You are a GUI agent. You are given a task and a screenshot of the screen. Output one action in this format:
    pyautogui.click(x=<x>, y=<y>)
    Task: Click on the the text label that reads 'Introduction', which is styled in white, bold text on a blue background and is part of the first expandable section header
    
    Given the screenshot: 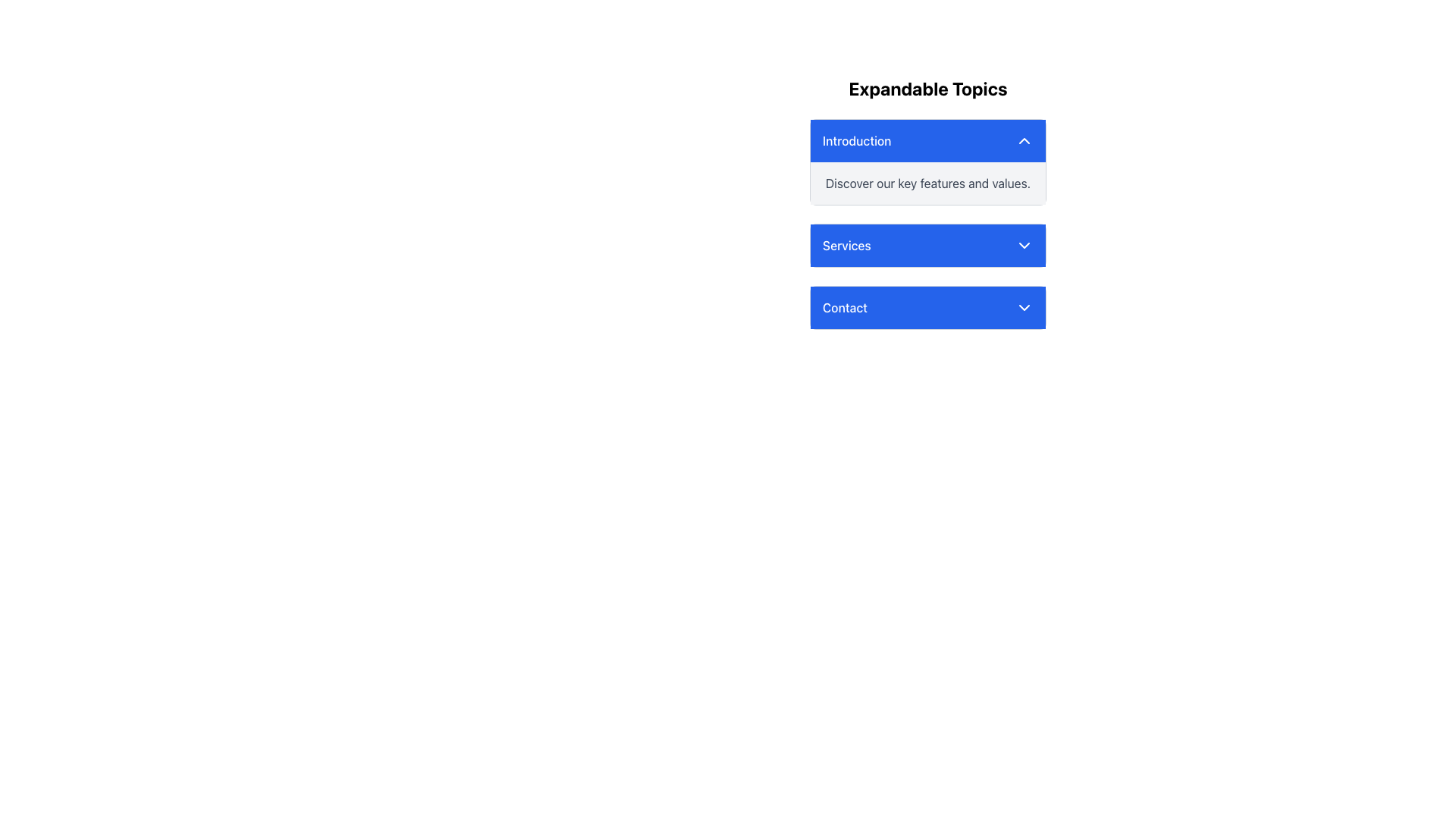 What is the action you would take?
    pyautogui.click(x=857, y=140)
    